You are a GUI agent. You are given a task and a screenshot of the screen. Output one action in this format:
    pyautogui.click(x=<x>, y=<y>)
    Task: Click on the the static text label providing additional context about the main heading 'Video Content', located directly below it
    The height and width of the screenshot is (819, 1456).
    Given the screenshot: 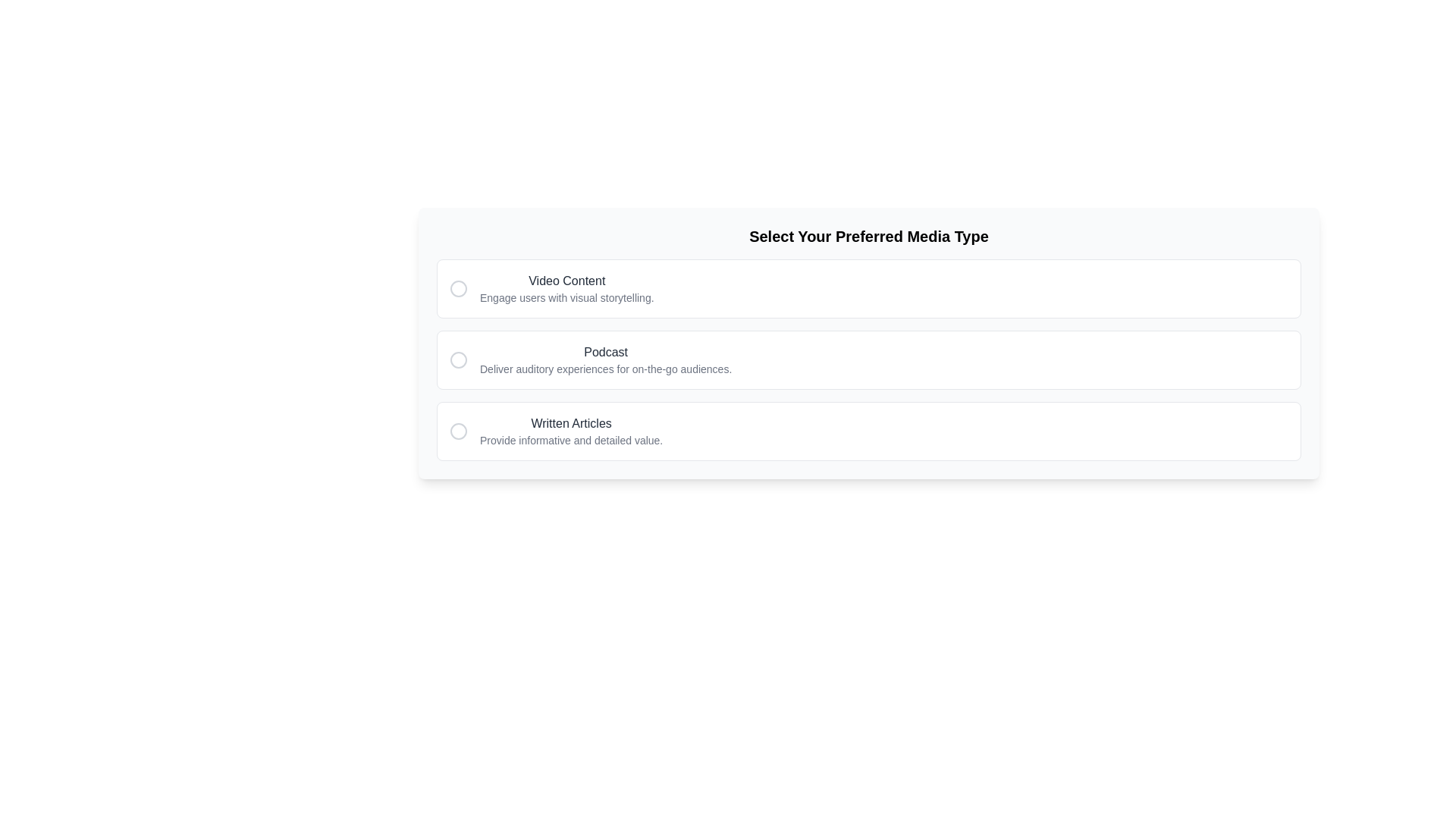 What is the action you would take?
    pyautogui.click(x=566, y=298)
    